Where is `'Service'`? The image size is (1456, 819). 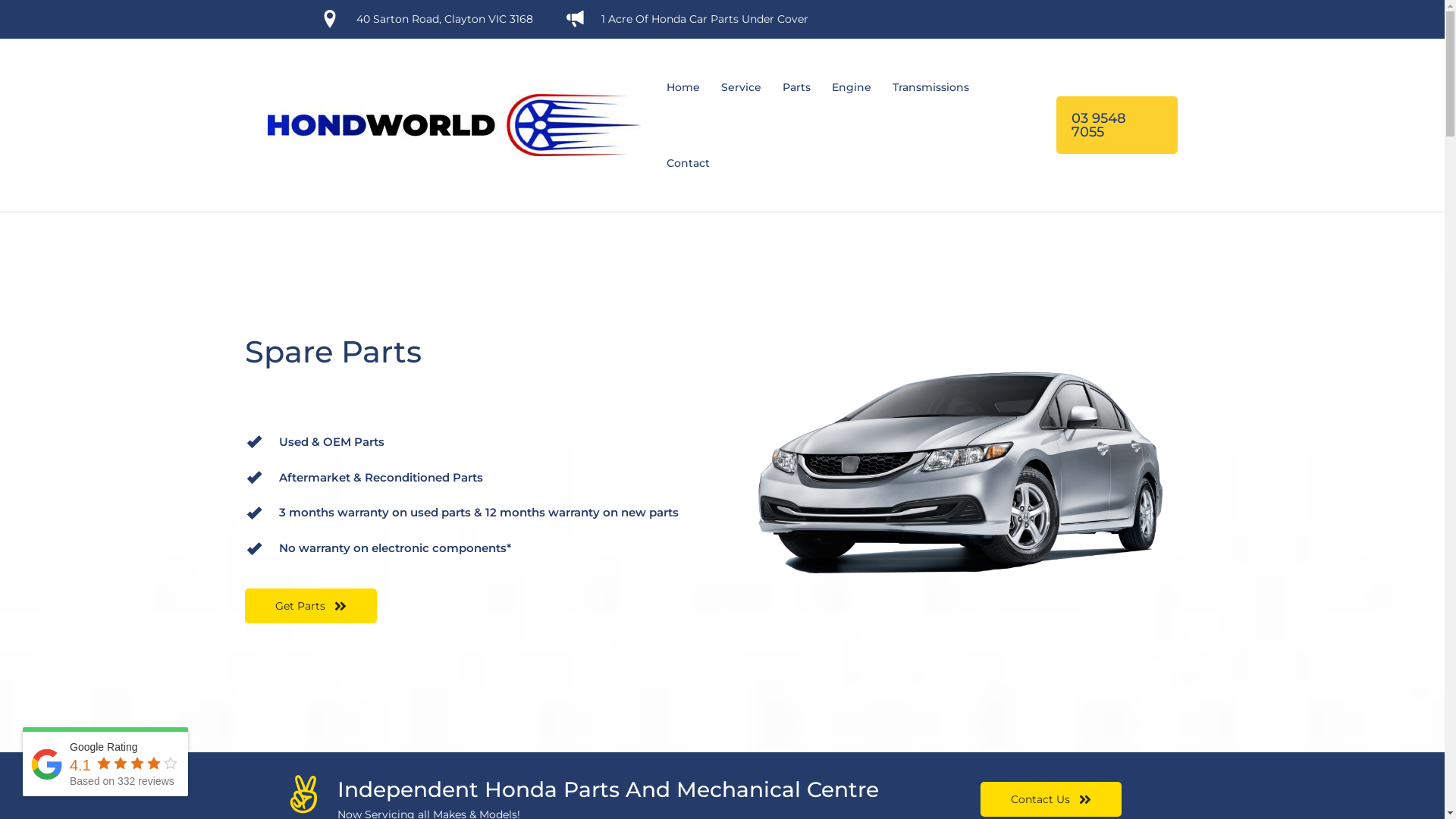
'Service' is located at coordinates (740, 87).